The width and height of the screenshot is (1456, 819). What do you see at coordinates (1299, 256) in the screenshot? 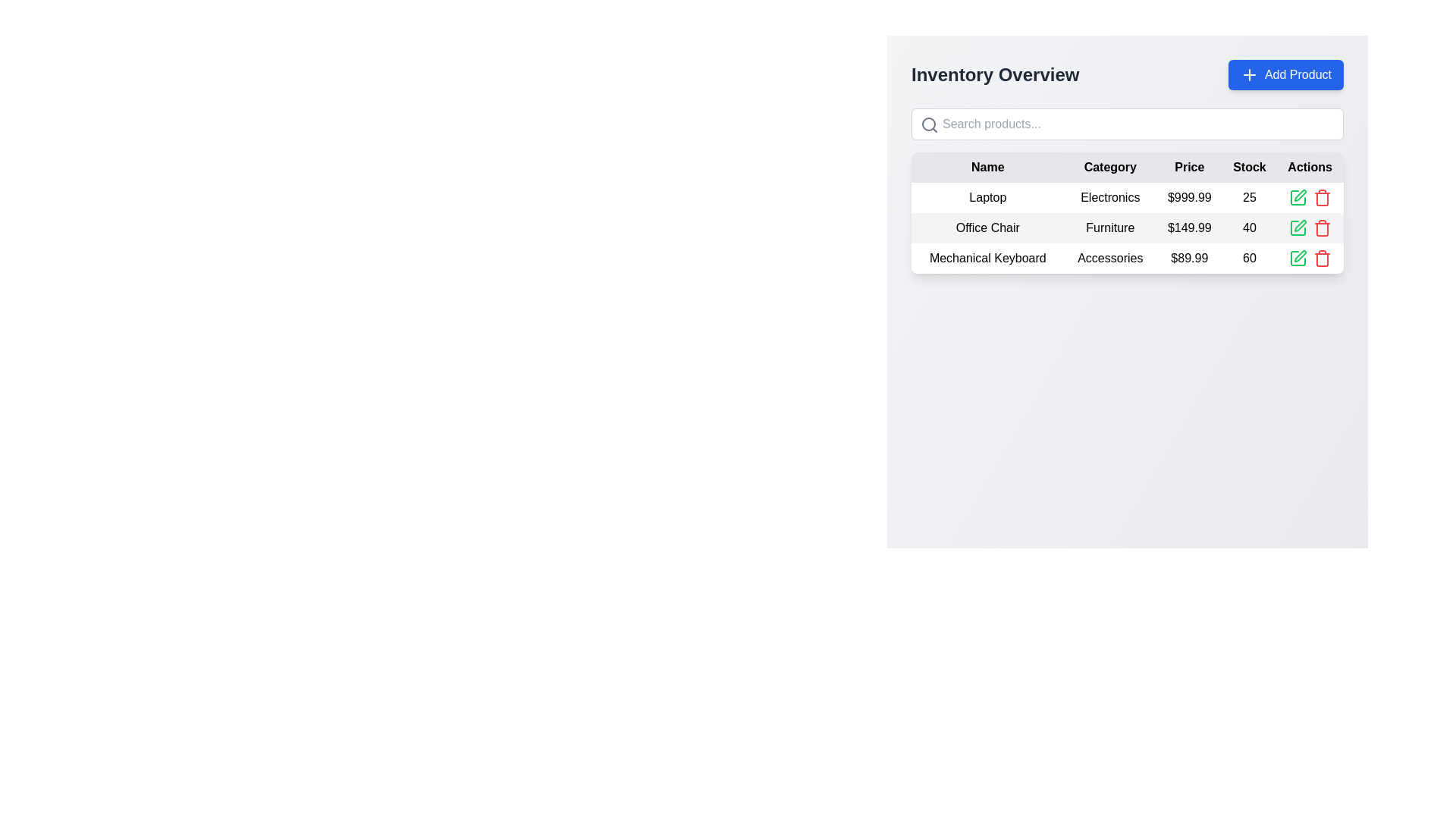
I see `the green edit icon with a pen design, which is the leftmost action button in the Actions column for the last row (Mechanical Keyboard) of the table` at bounding box center [1299, 256].